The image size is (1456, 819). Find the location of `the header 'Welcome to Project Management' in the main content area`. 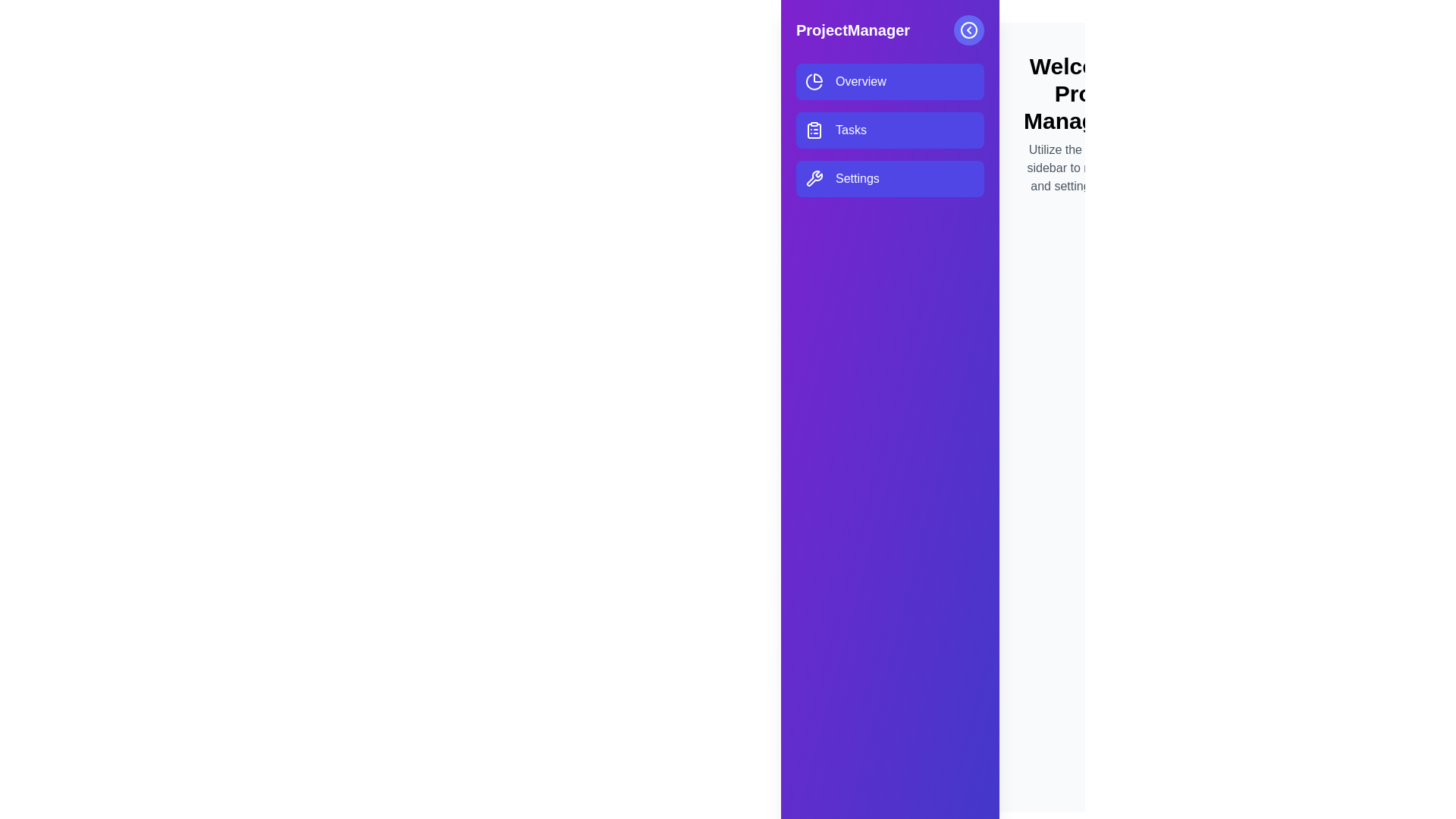

the header 'Welcome to Project Management' in the main content area is located at coordinates (1093, 93).